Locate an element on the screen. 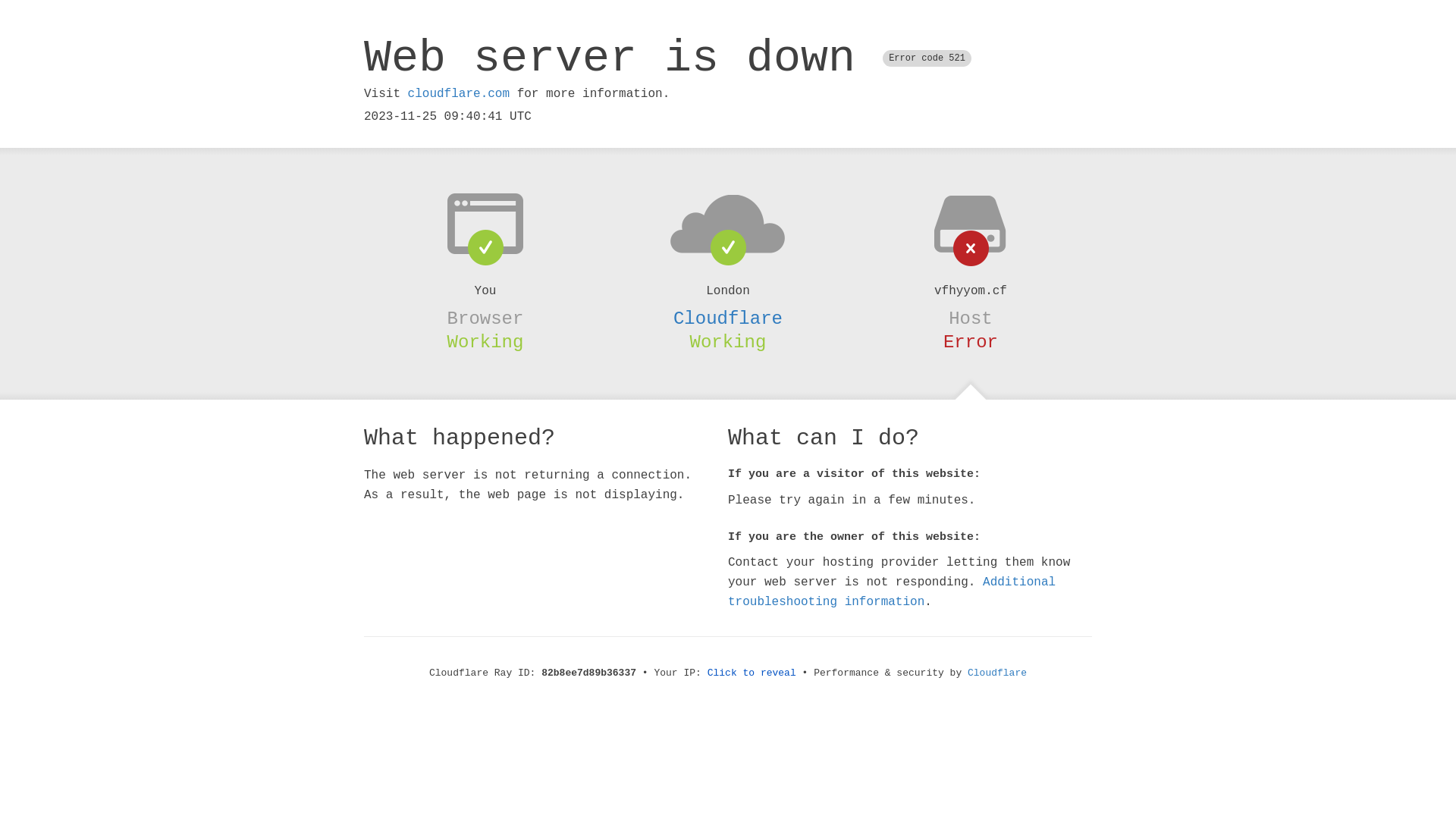 The width and height of the screenshot is (1456, 819). 'Additional troubleshooting information' is located at coordinates (728, 591).